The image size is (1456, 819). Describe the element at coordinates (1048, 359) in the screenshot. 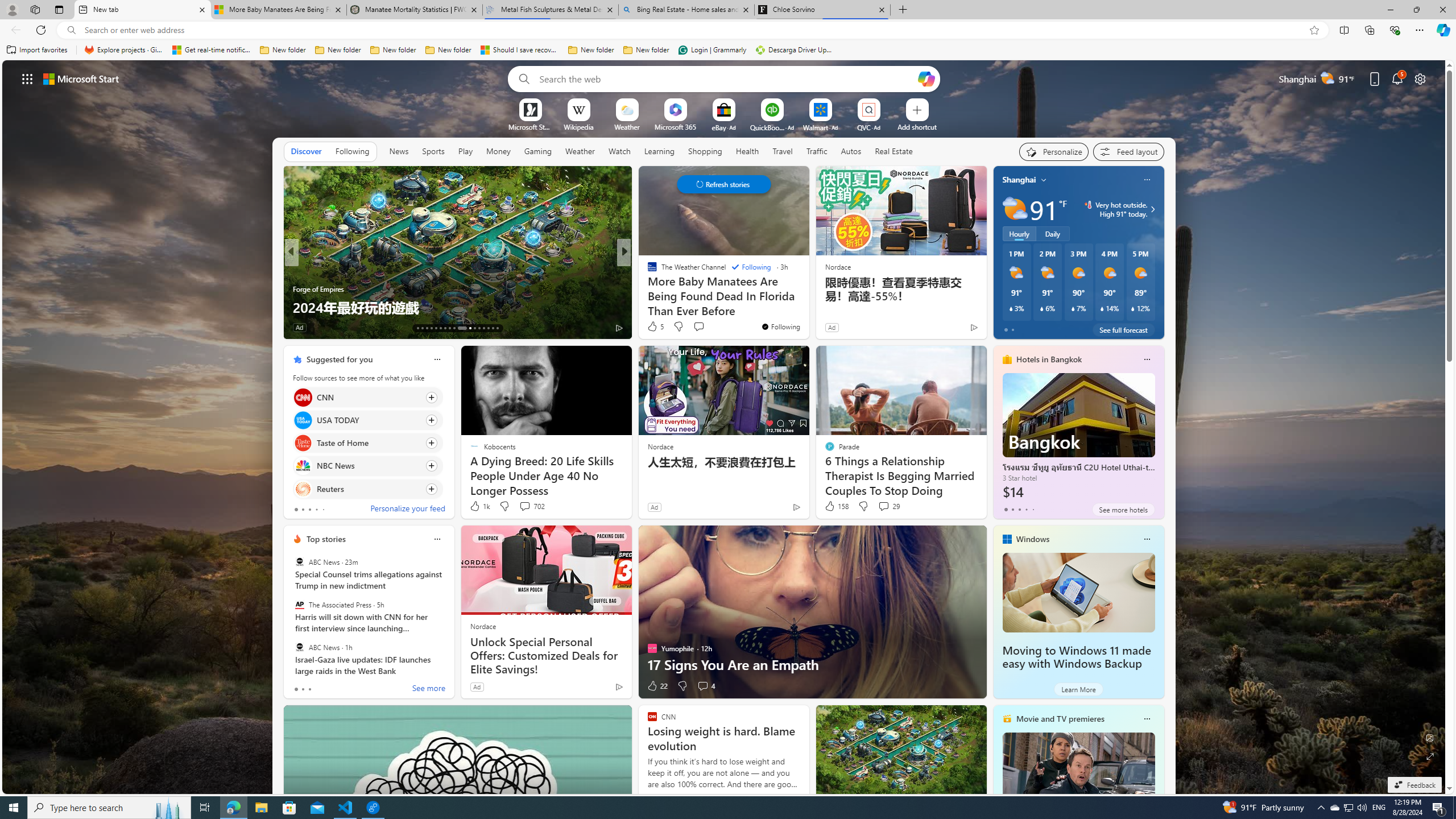

I see `'Hotels in Bangkok'` at that location.